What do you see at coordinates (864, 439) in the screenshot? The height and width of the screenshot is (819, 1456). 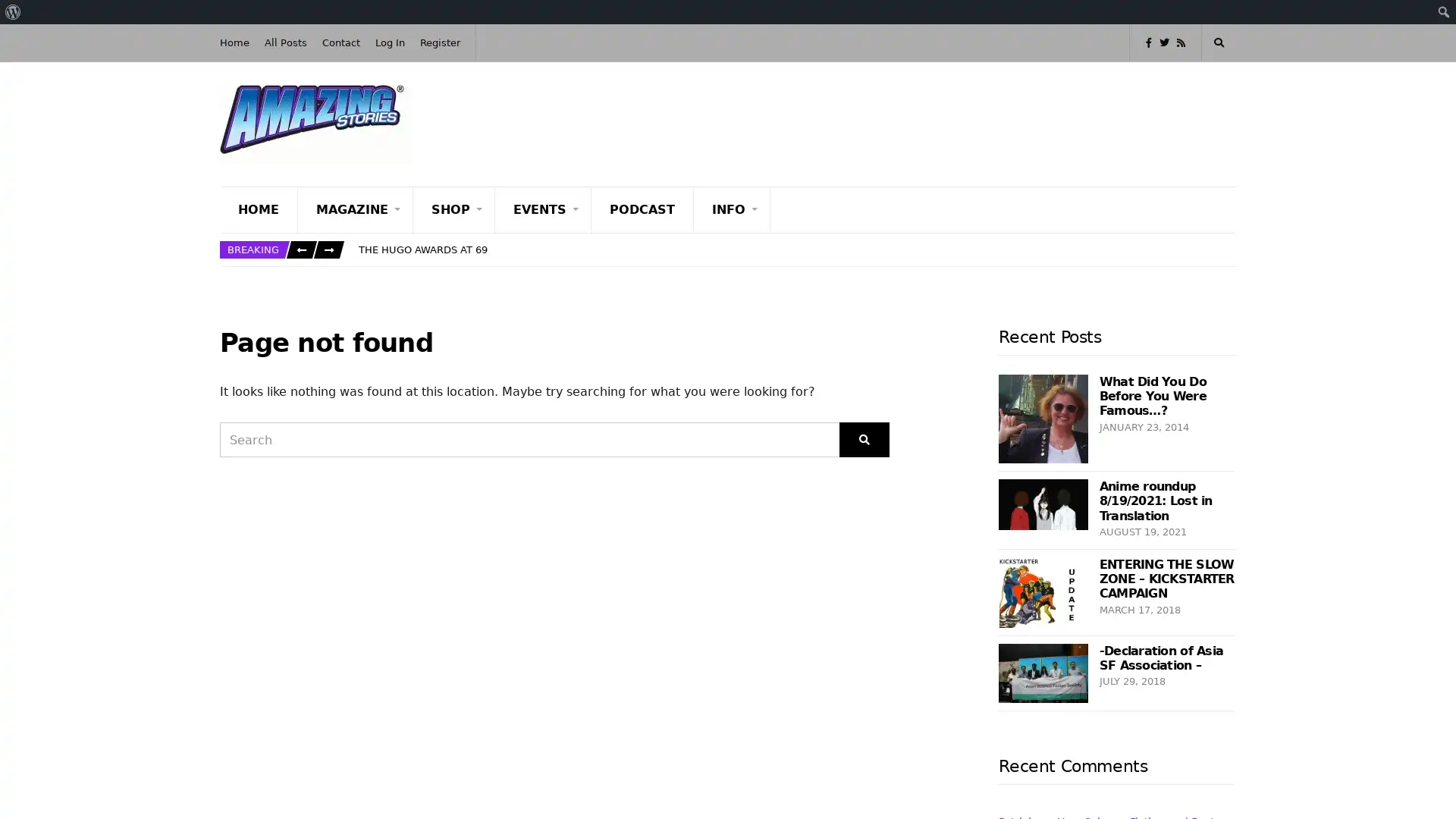 I see `Search` at bounding box center [864, 439].